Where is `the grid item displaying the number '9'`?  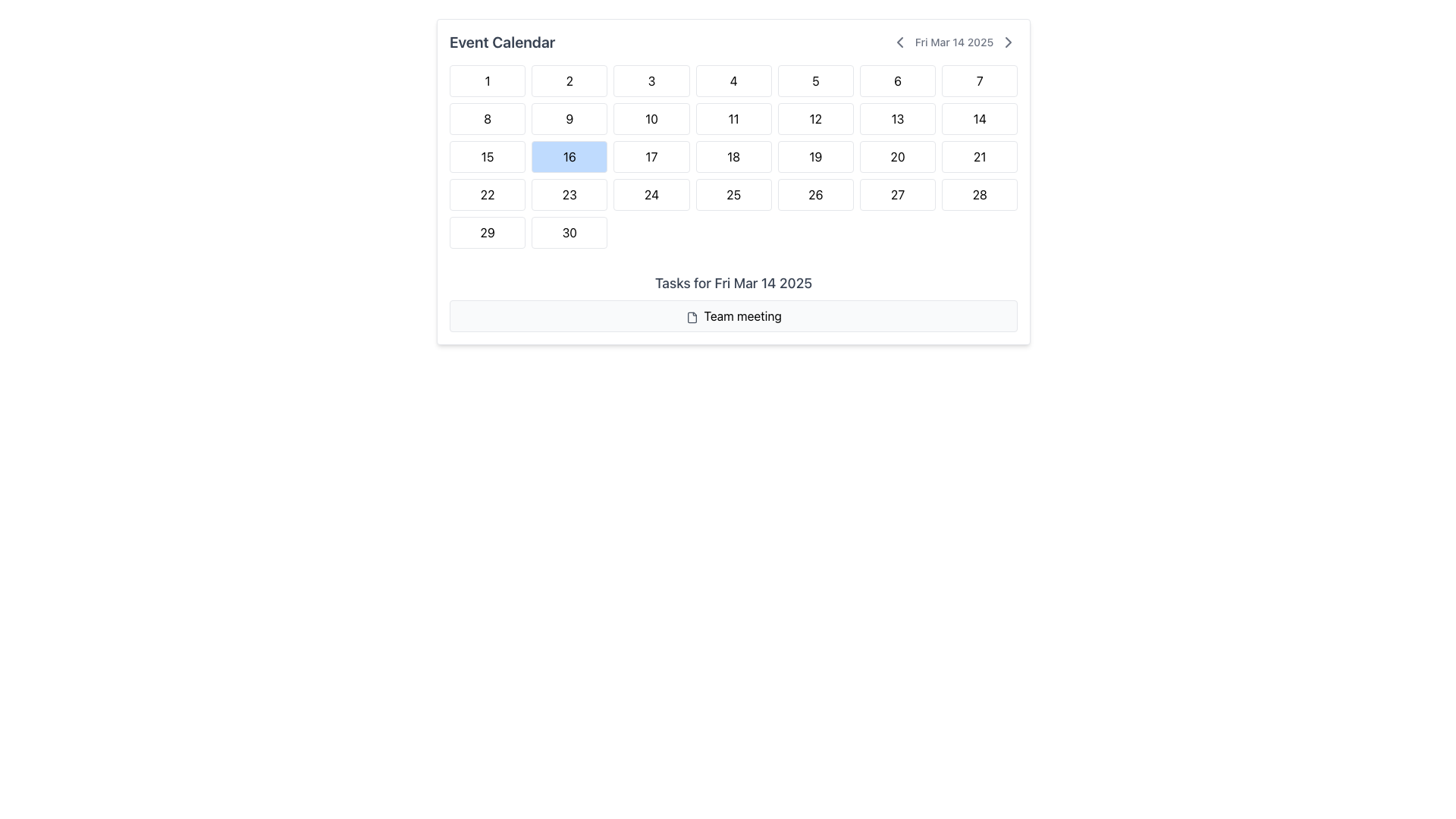 the grid item displaying the number '9' is located at coordinates (569, 118).